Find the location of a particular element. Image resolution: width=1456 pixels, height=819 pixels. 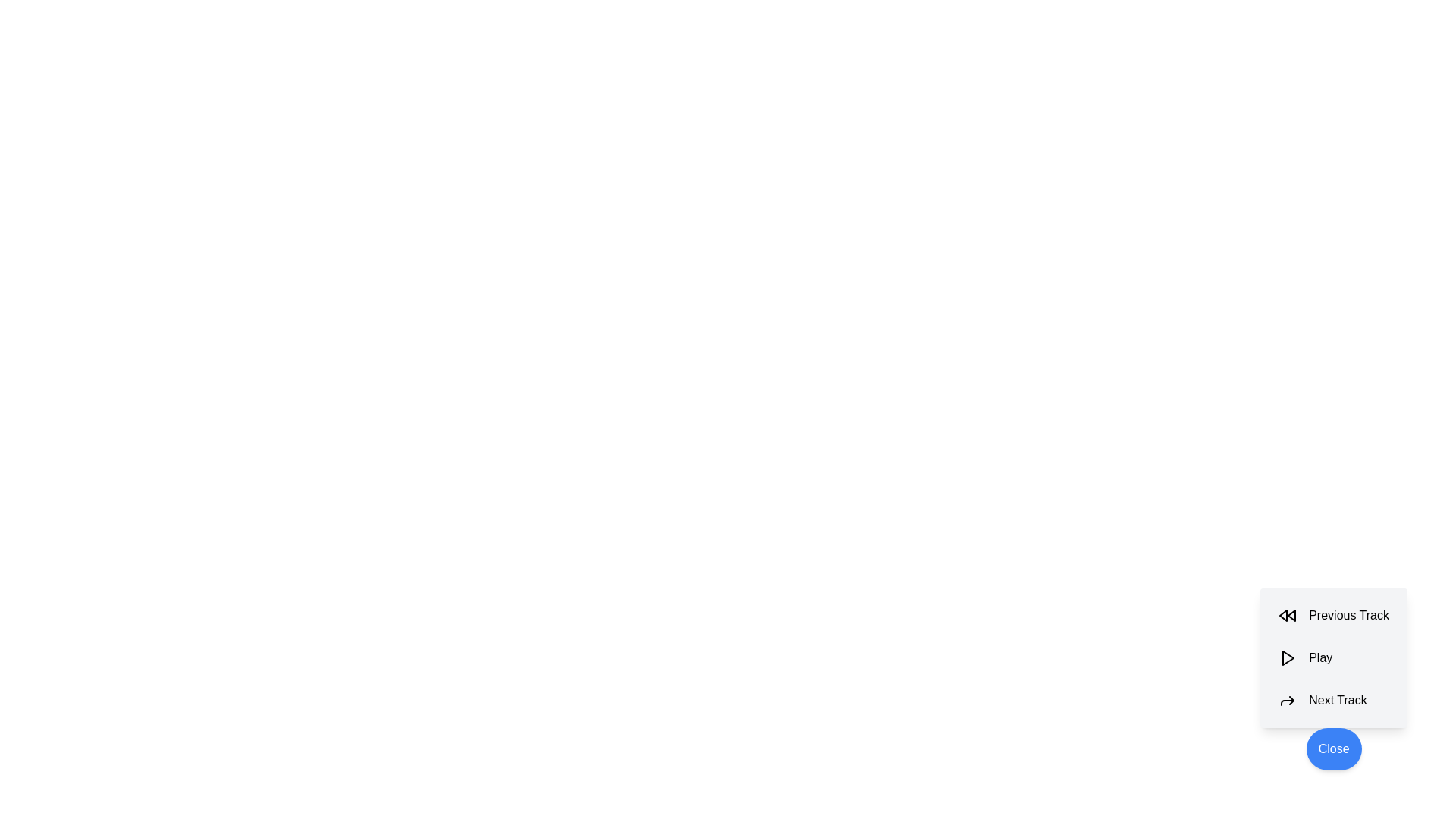

the left triangle of the rewind icon, which is part of the 'Previous Track' button is located at coordinates (1282, 616).